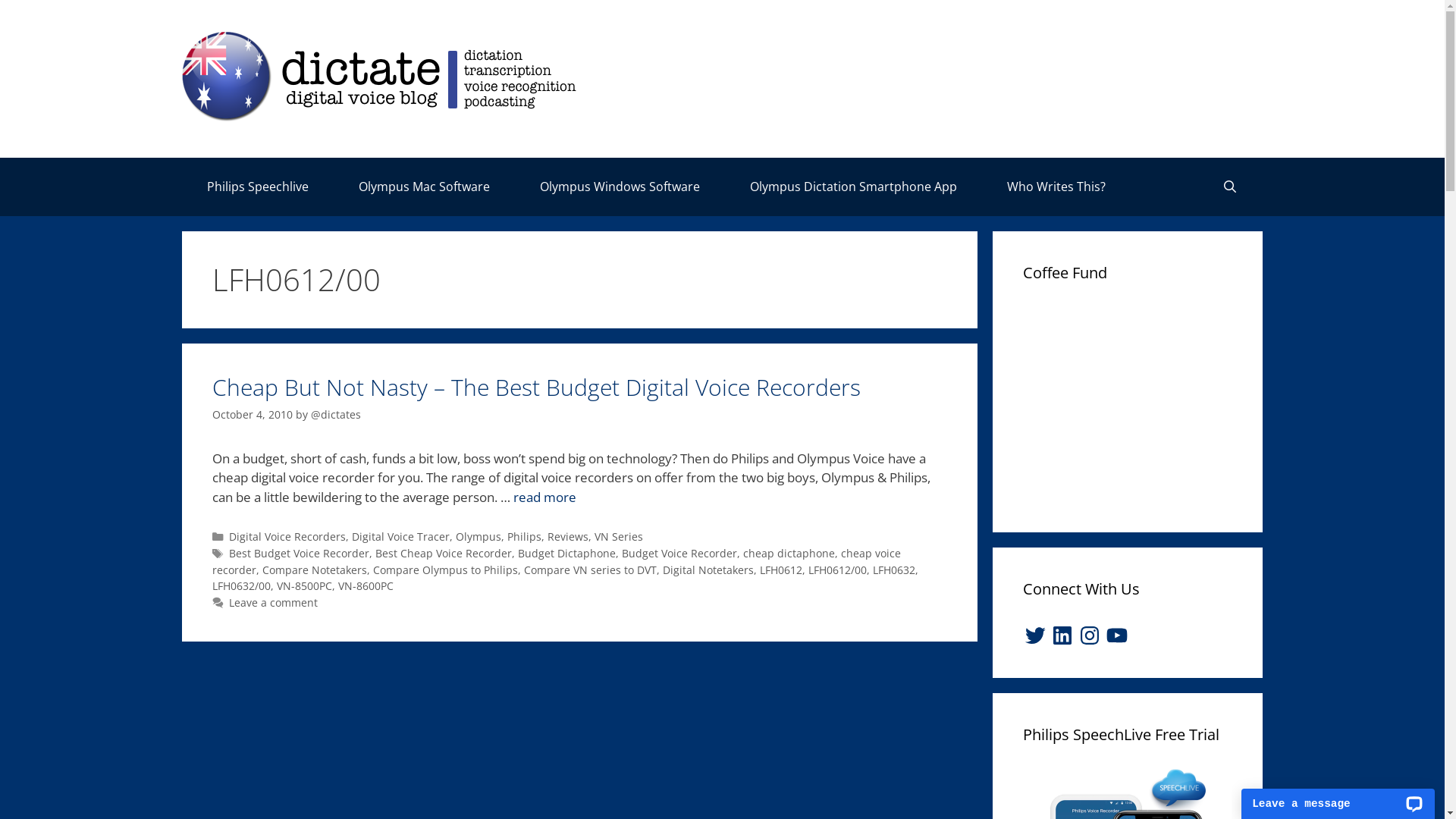  What do you see at coordinates (760, 570) in the screenshot?
I see `'LFH0612'` at bounding box center [760, 570].